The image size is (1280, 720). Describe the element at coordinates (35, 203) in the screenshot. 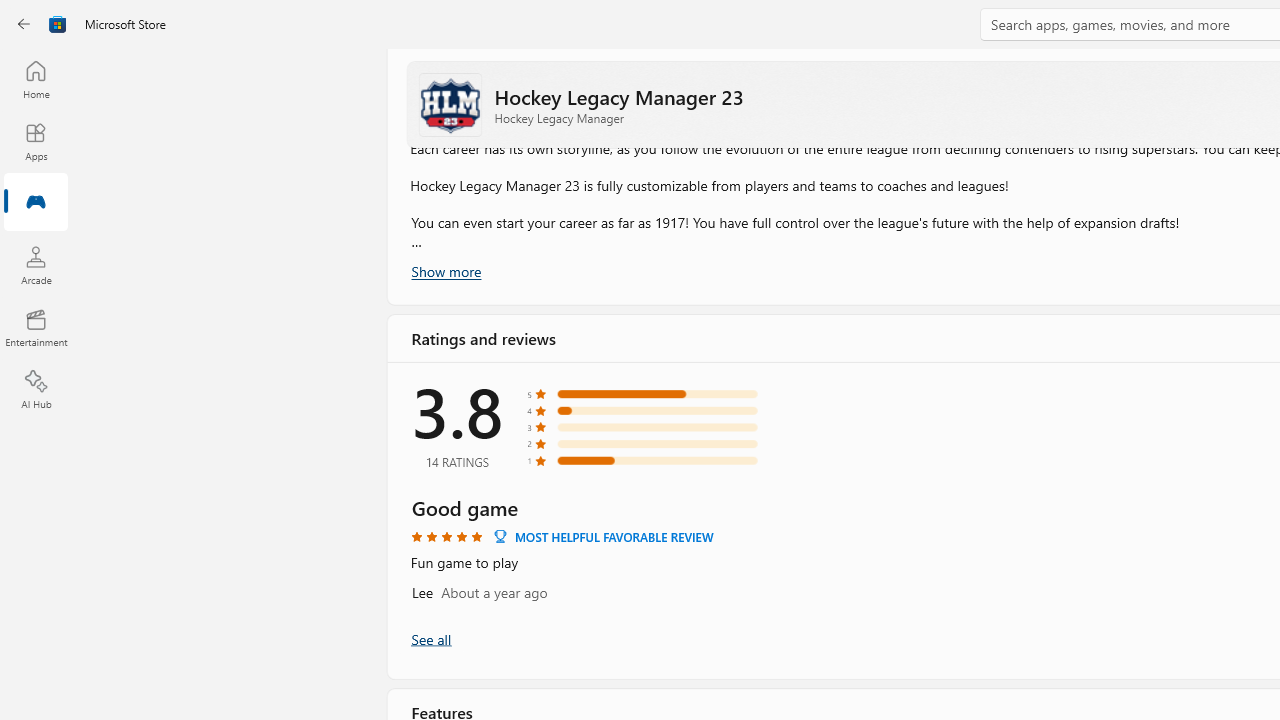

I see `'Gaming'` at that location.